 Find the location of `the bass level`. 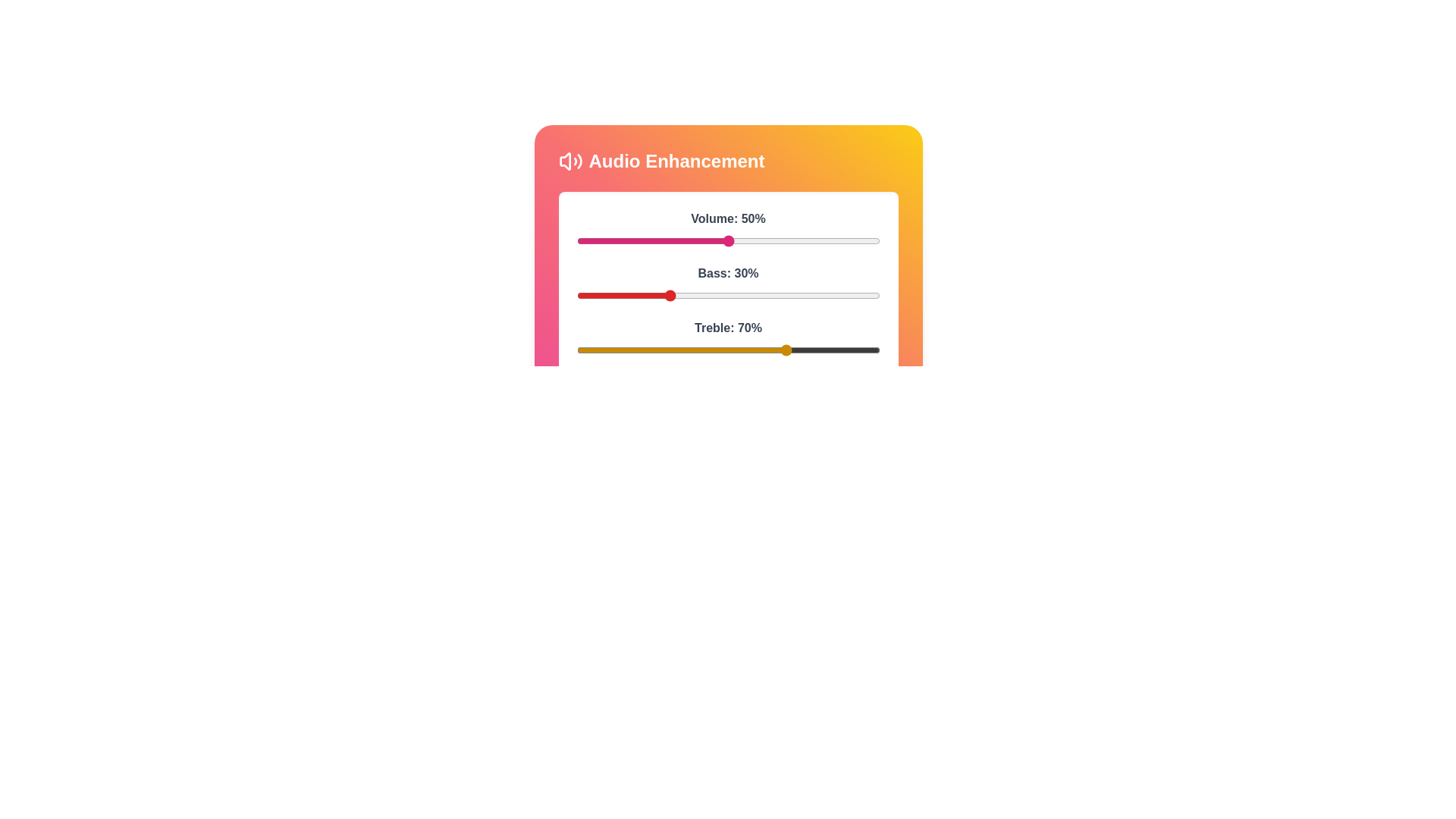

the bass level is located at coordinates (749, 295).